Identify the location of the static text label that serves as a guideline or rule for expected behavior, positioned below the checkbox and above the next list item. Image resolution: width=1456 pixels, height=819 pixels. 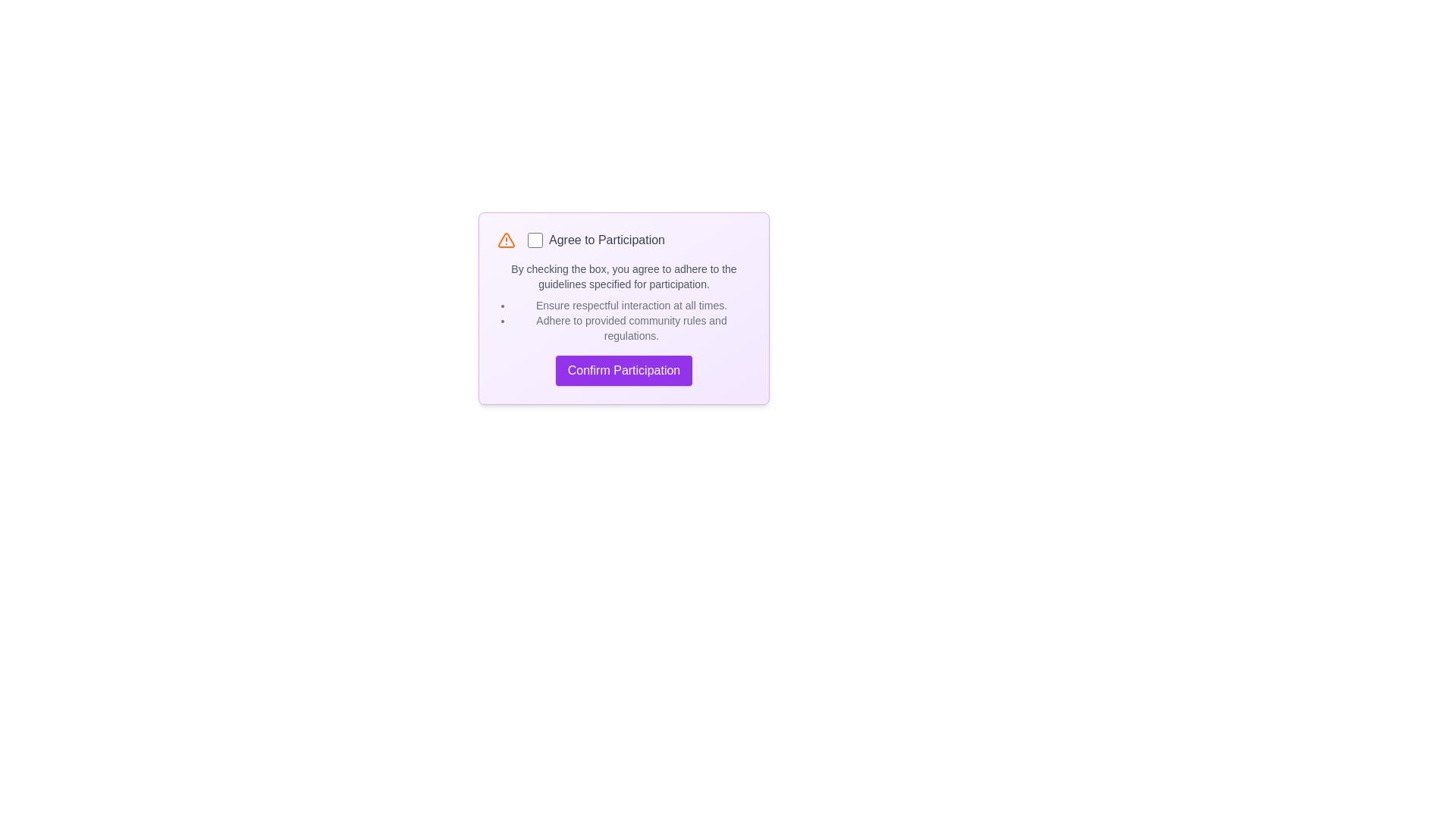
(632, 305).